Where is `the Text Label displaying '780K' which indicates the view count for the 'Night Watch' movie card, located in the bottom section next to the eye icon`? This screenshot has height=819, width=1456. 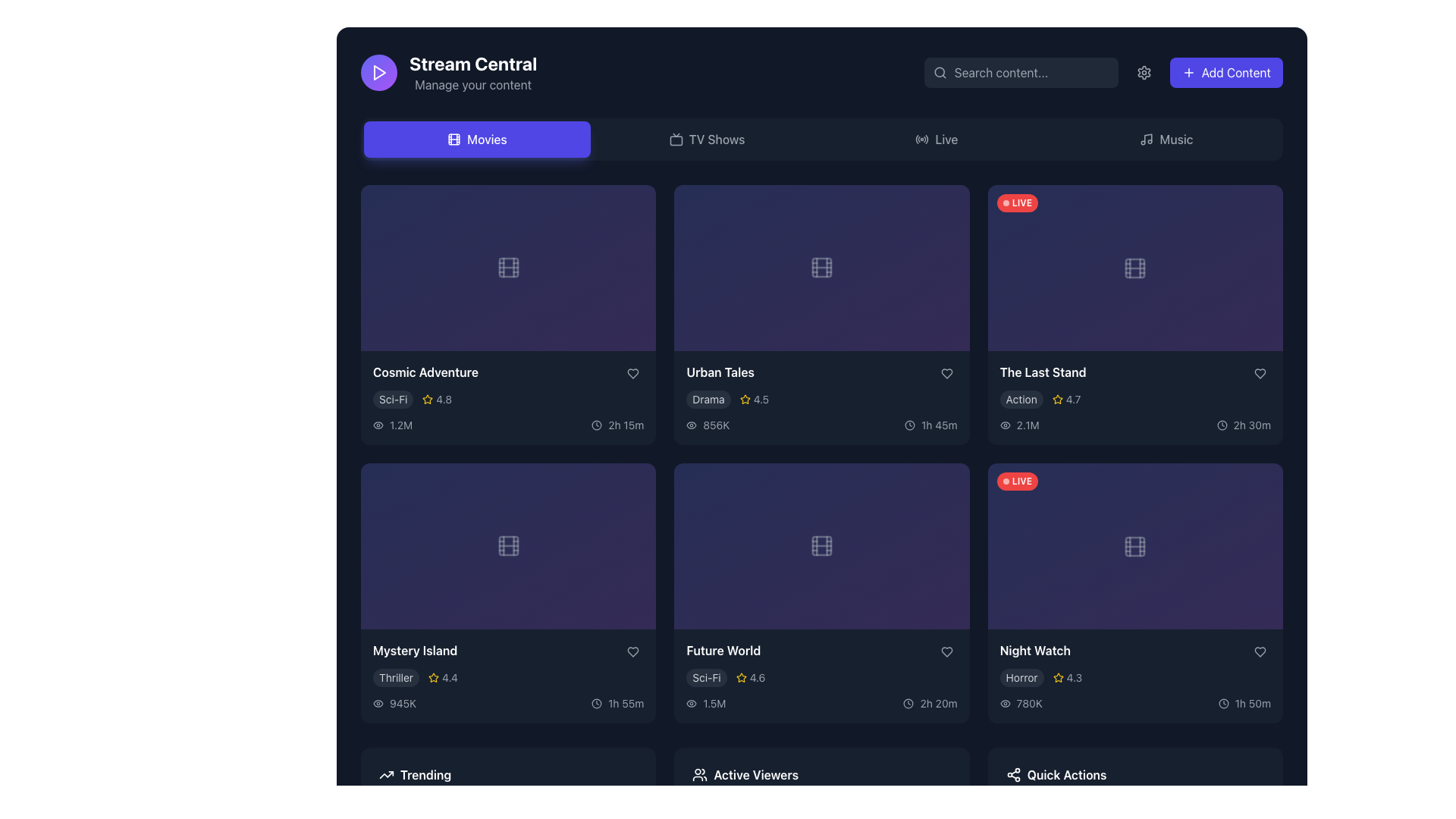
the Text Label displaying '780K' which indicates the view count for the 'Night Watch' movie card, located in the bottom section next to the eye icon is located at coordinates (1029, 704).